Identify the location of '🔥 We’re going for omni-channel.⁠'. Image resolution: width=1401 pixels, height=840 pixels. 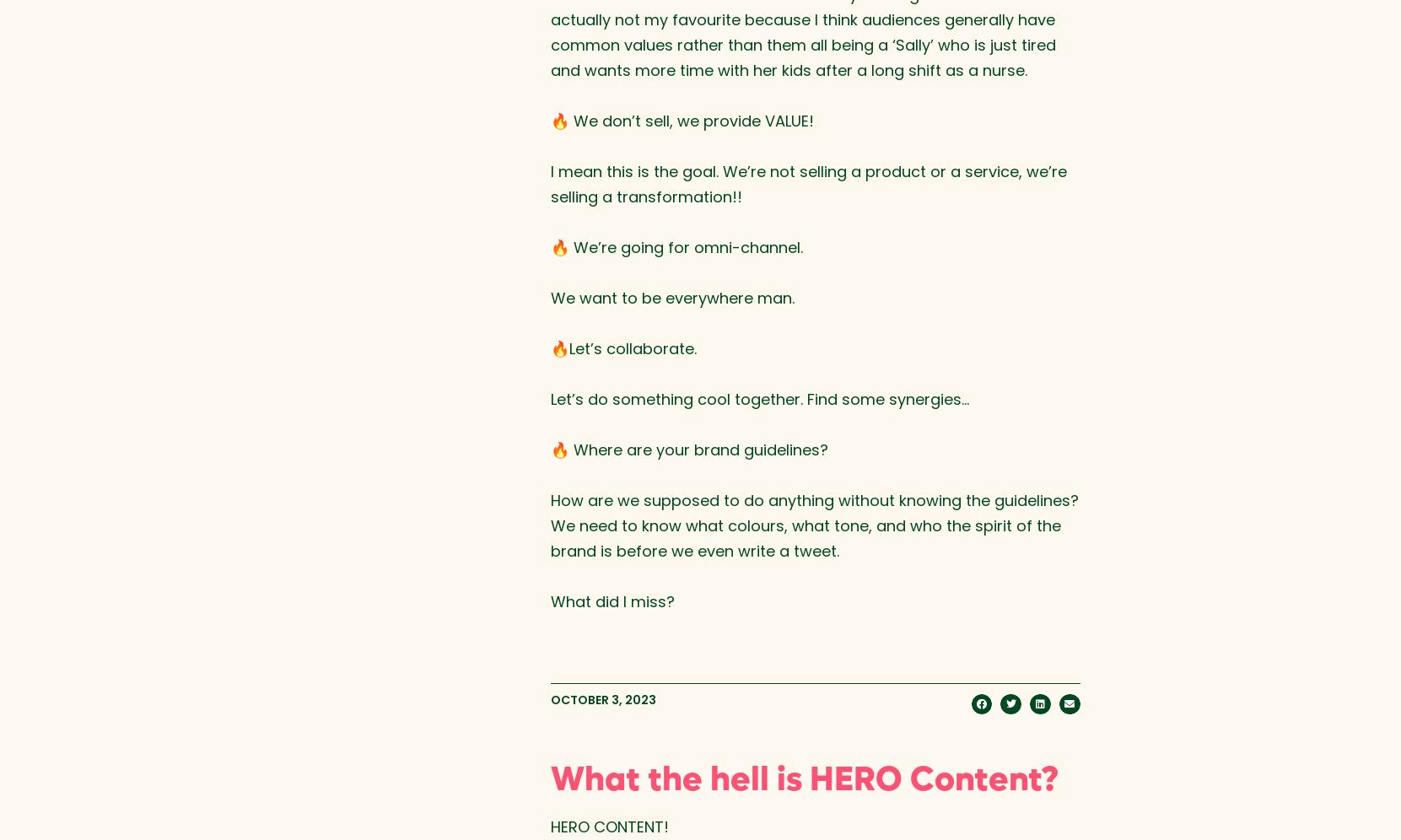
(675, 245).